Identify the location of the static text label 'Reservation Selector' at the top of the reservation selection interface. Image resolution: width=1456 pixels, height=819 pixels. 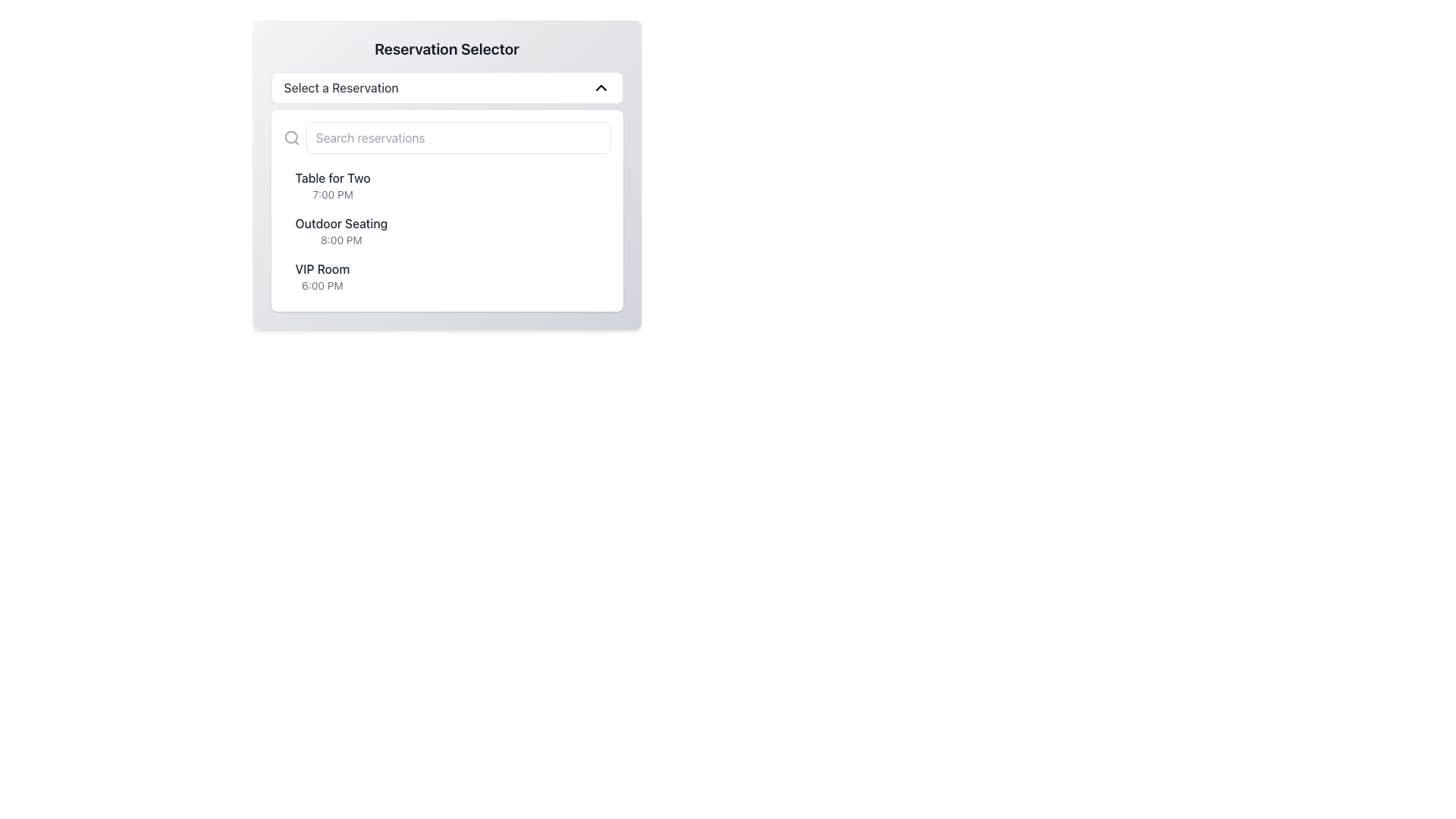
(446, 49).